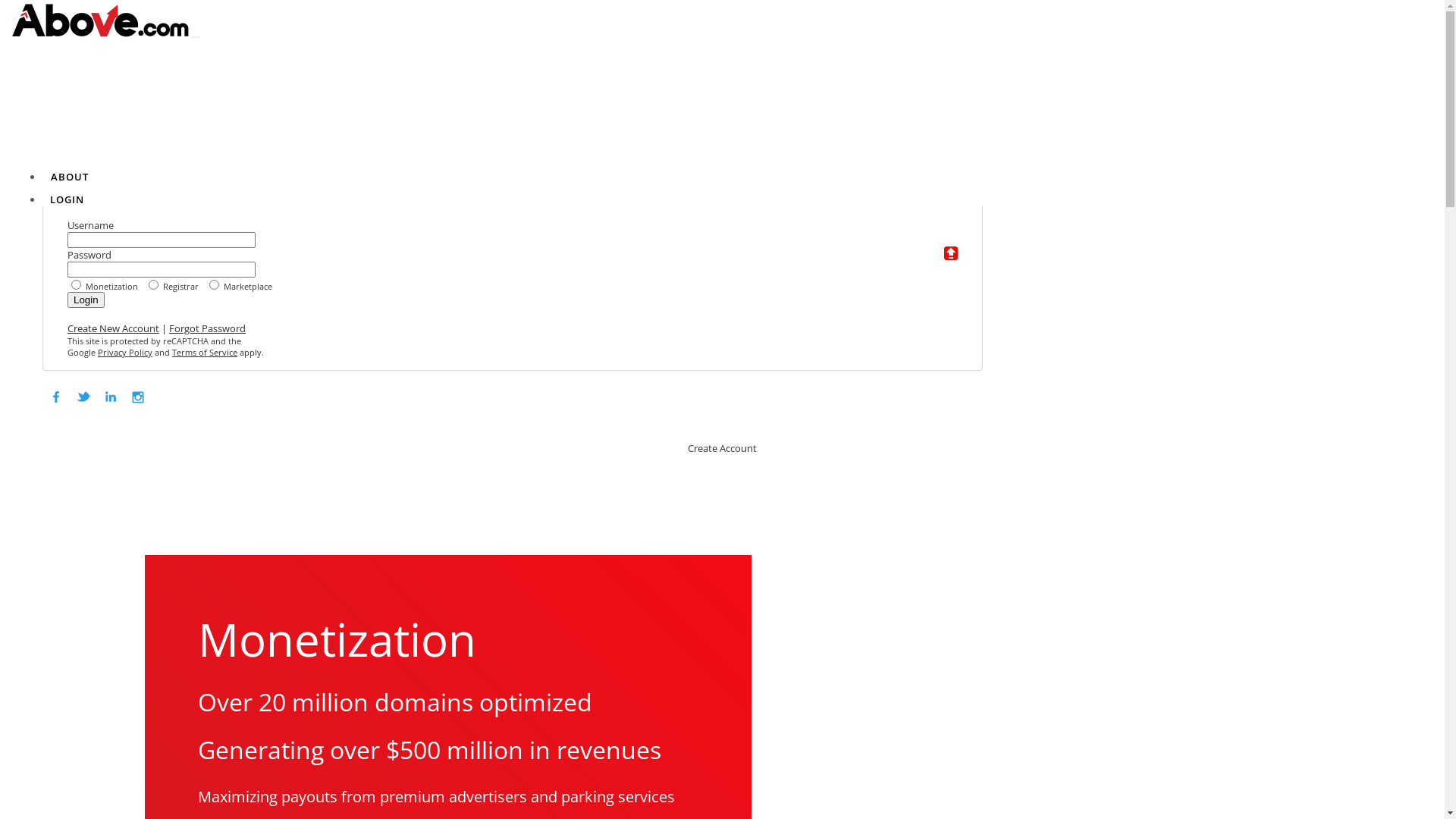 Image resolution: width=1456 pixels, height=819 pixels. Describe the element at coordinates (203, 352) in the screenshot. I see `'Terms of Service'` at that location.